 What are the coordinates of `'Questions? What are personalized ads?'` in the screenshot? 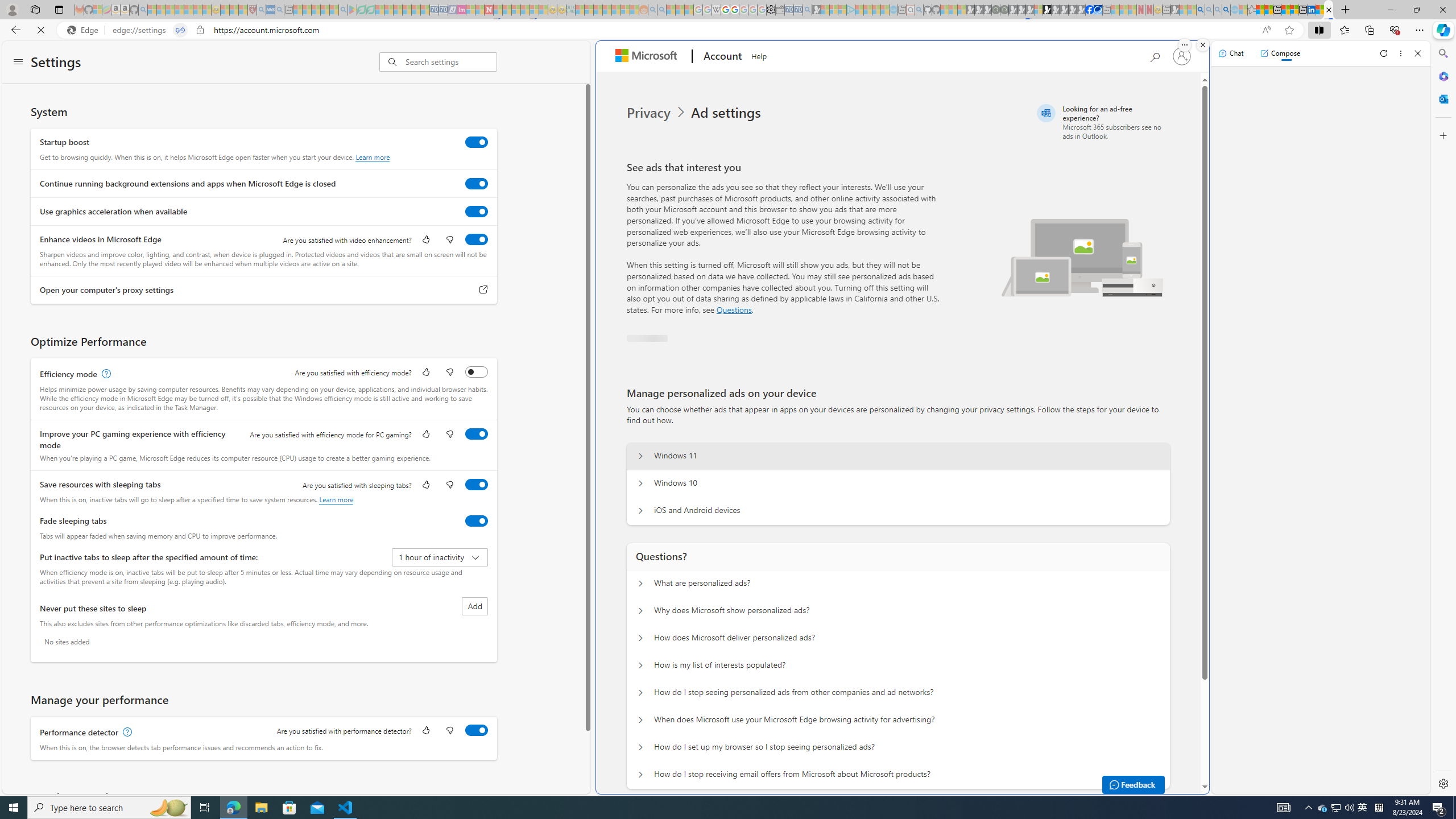 It's located at (640, 584).